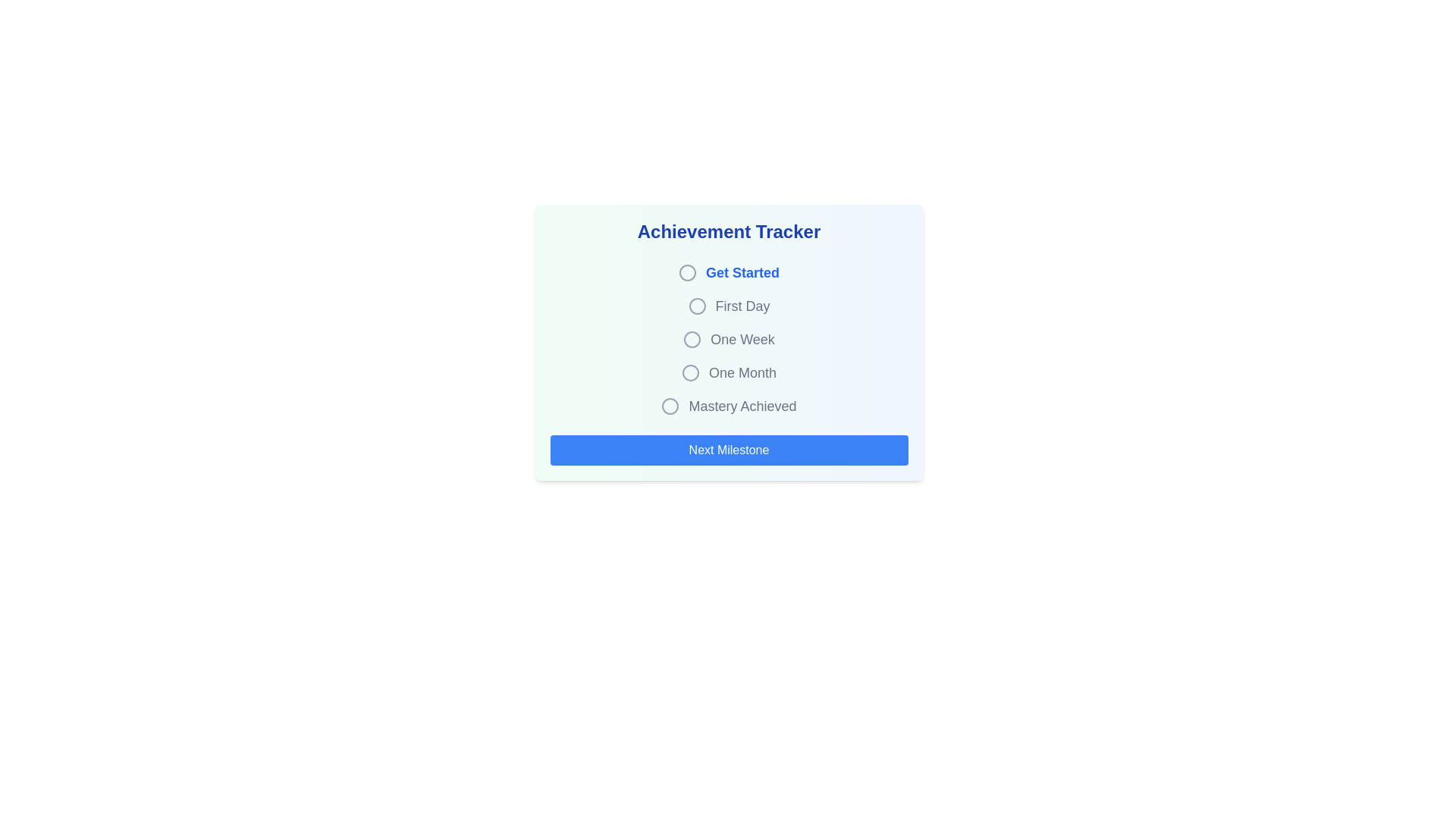 Image resolution: width=1456 pixels, height=819 pixels. What do you see at coordinates (696, 306) in the screenshot?
I see `the radio button for the 'First Day' milestone in the achievement tracker` at bounding box center [696, 306].